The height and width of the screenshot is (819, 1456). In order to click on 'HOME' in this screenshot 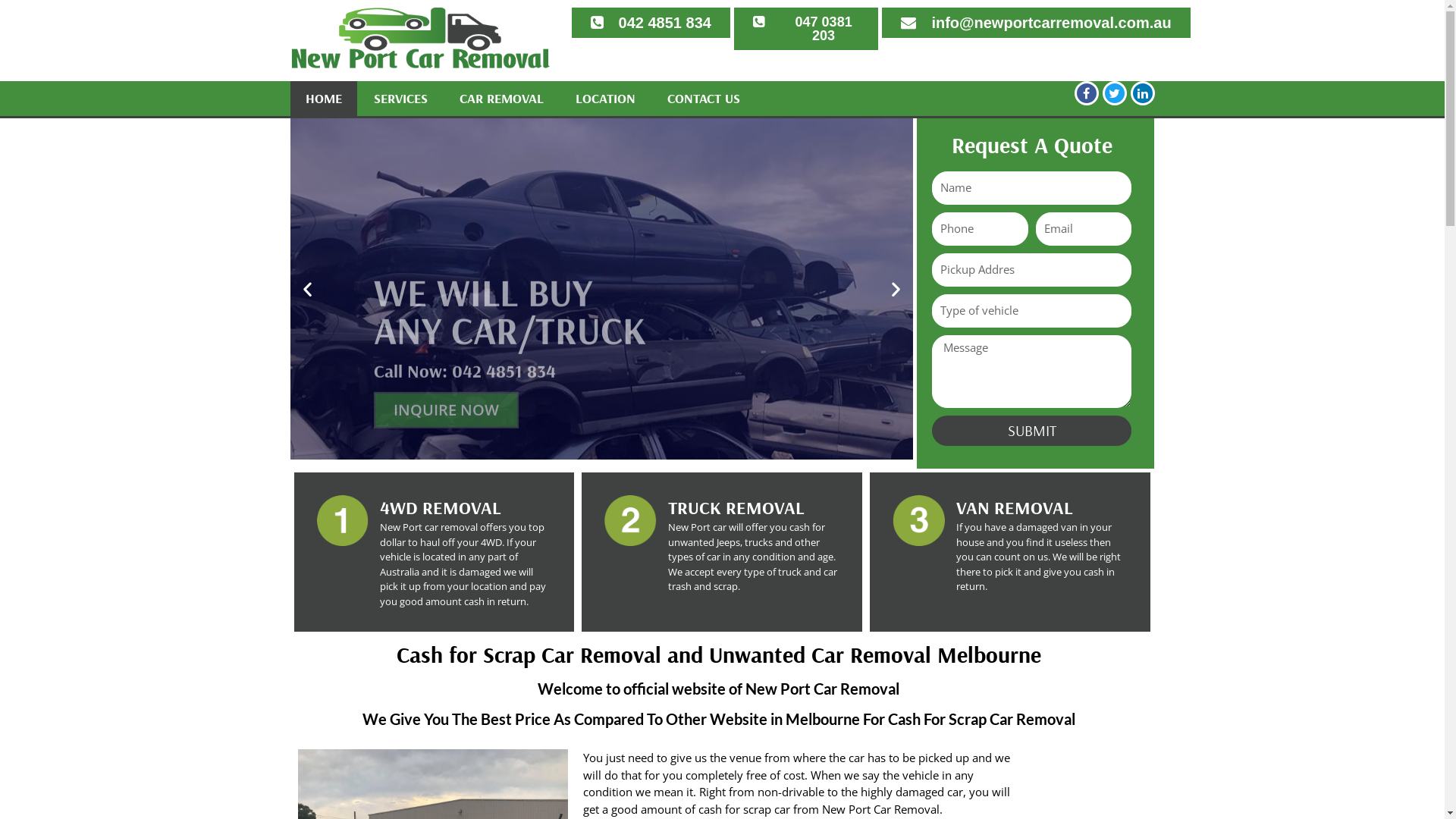, I will do `click(322, 99)`.